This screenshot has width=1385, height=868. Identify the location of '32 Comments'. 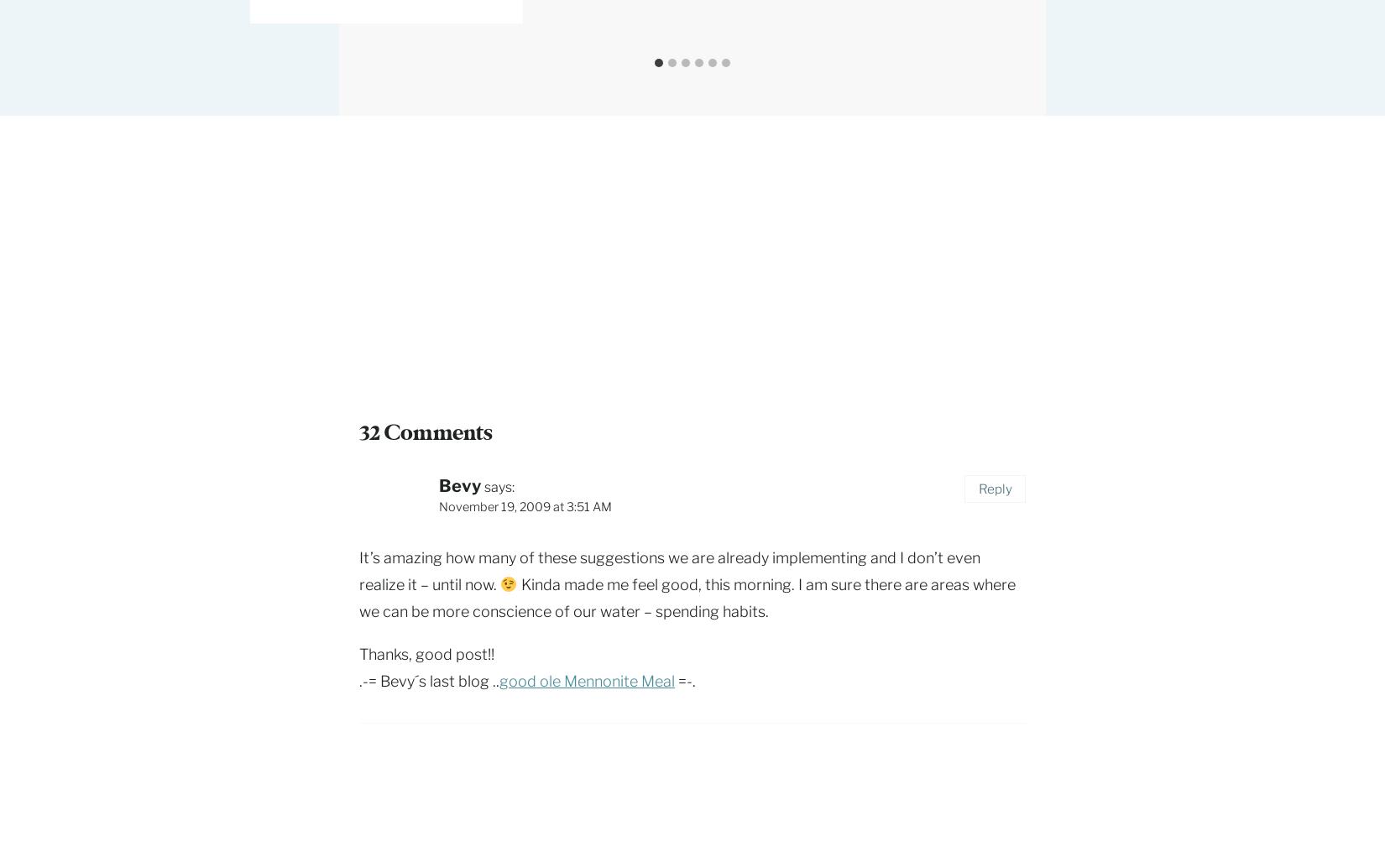
(425, 431).